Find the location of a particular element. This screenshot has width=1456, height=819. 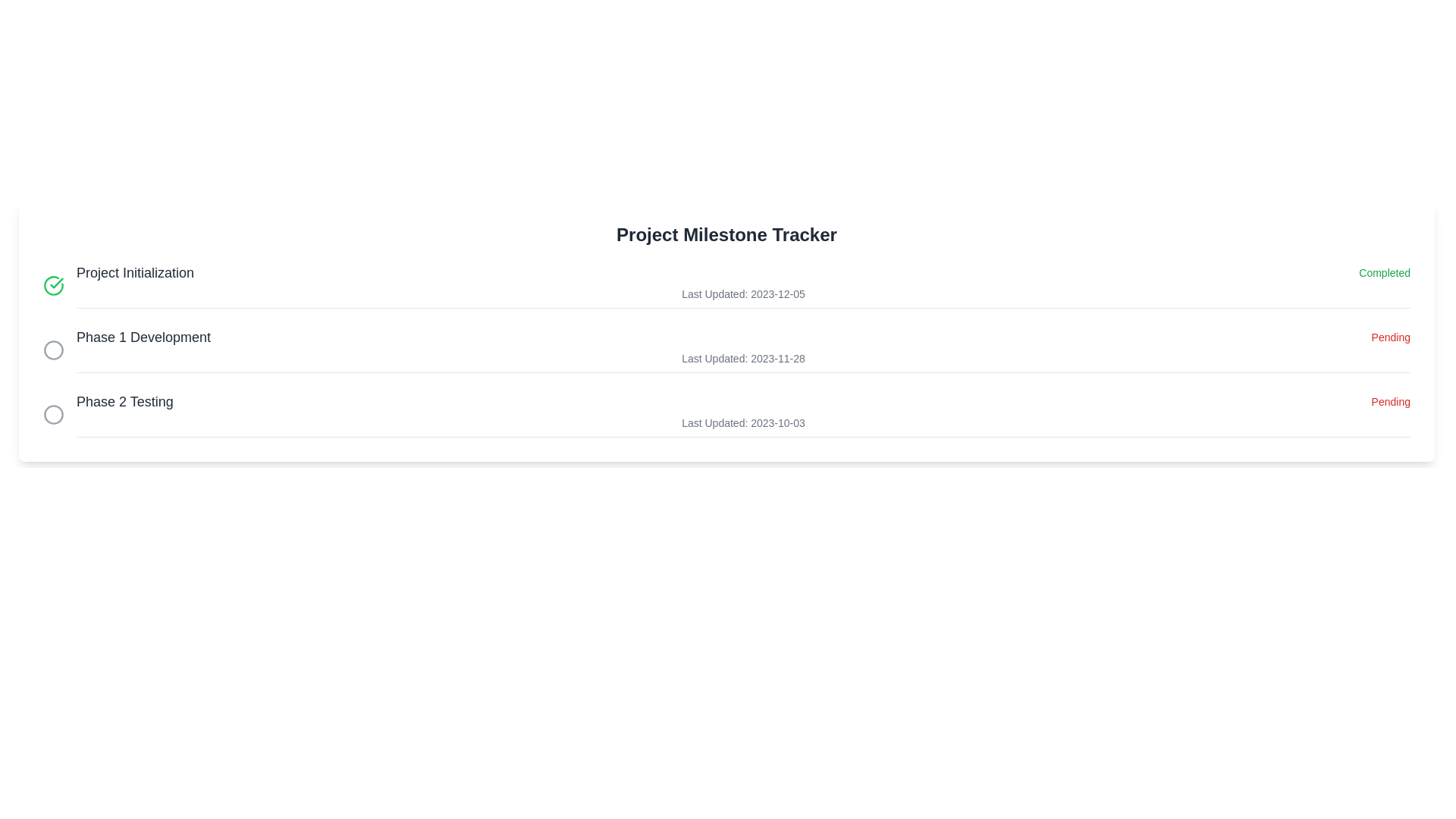

the text label displaying 'Last Updated: 2023-11-28', which provides metadata information under the 'Phase 1 Development' heading is located at coordinates (743, 359).